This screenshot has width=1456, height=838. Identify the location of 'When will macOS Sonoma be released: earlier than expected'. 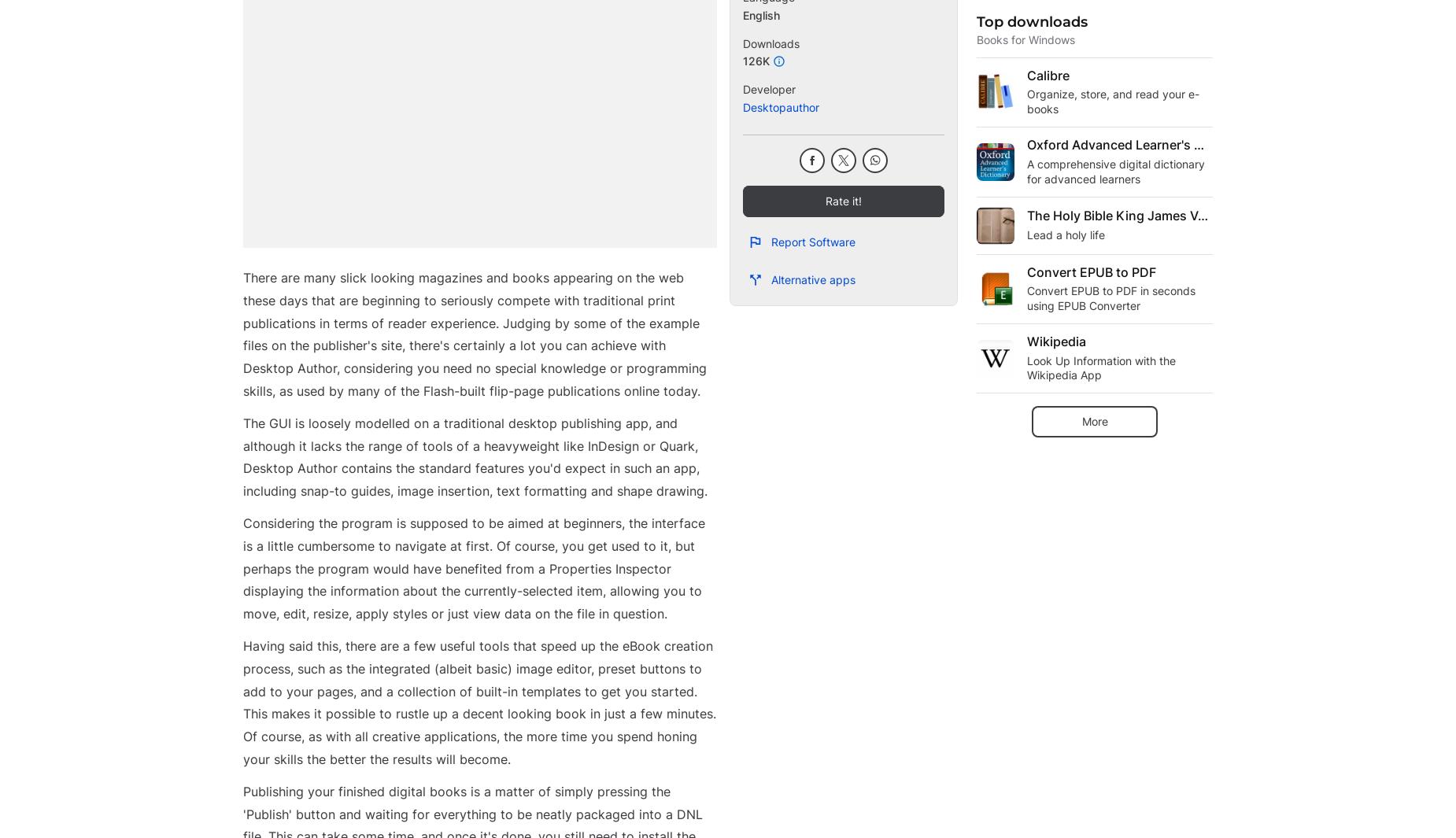
(1043, 310).